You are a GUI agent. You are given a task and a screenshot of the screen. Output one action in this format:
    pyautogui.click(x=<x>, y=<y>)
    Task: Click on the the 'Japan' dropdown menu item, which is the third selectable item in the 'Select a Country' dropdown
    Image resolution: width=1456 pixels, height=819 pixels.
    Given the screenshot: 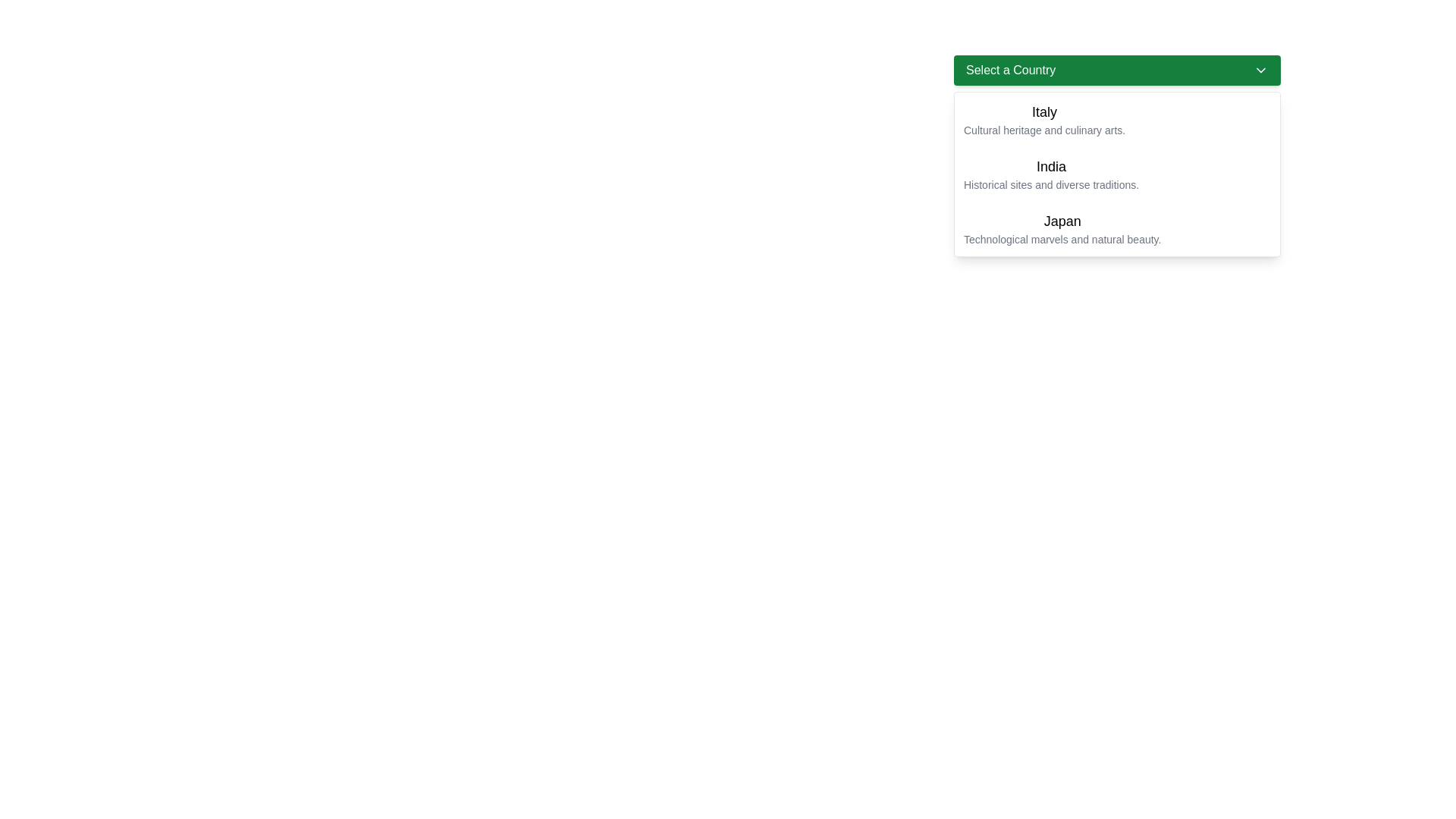 What is the action you would take?
    pyautogui.click(x=1062, y=228)
    